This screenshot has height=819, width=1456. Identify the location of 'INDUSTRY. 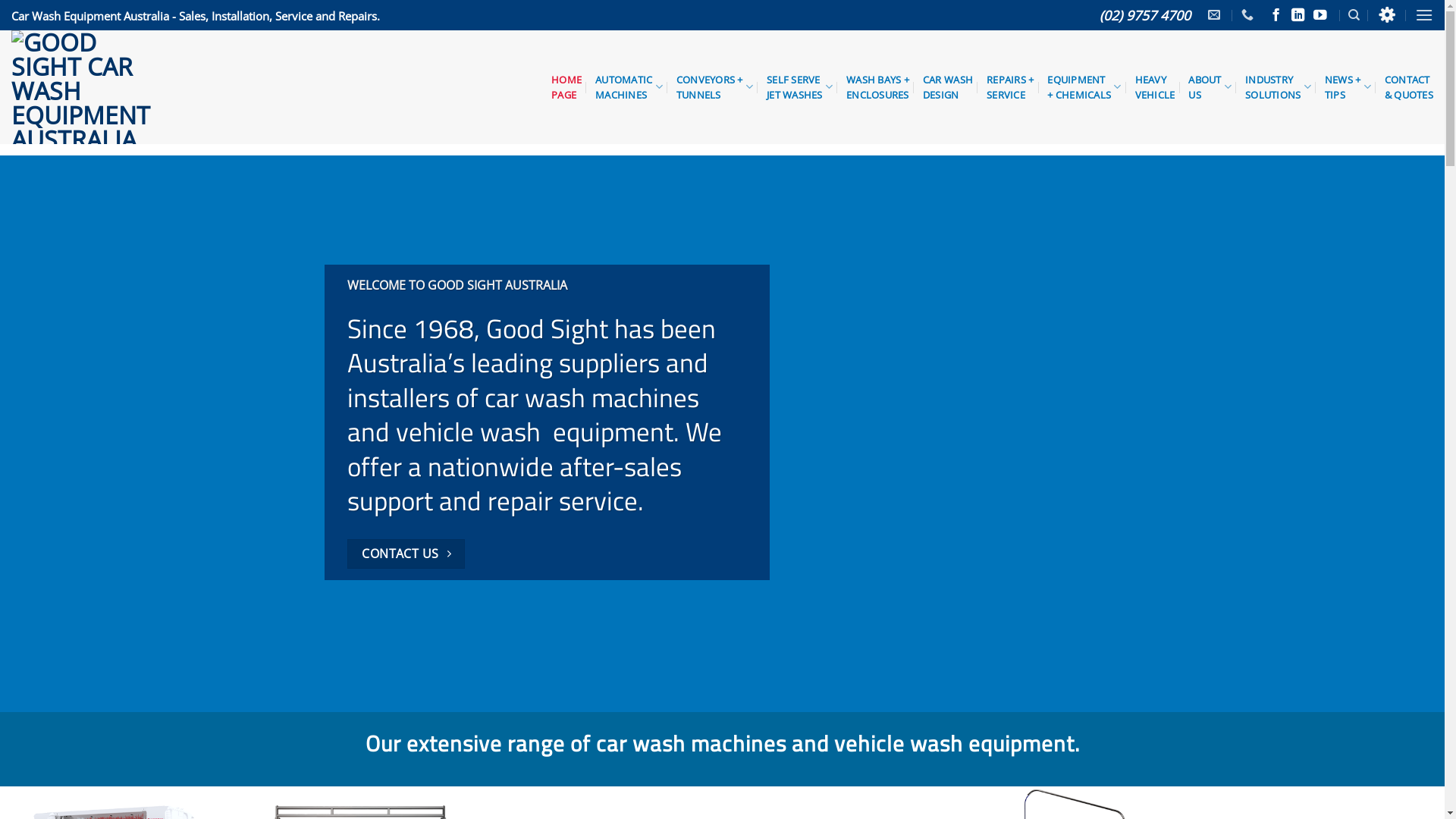
(1244, 87).